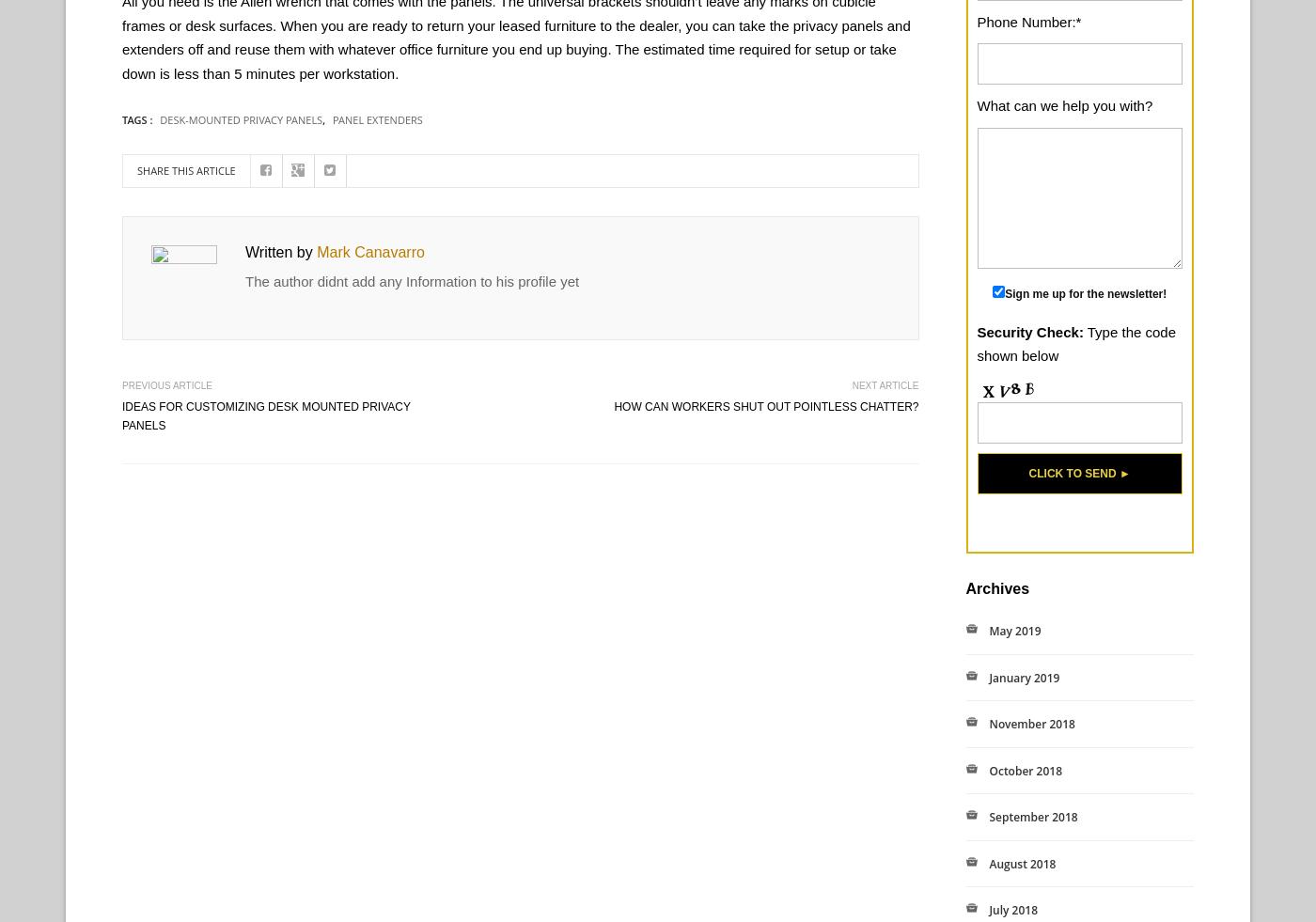  Describe the element at coordinates (185, 169) in the screenshot. I see `'Share this article'` at that location.